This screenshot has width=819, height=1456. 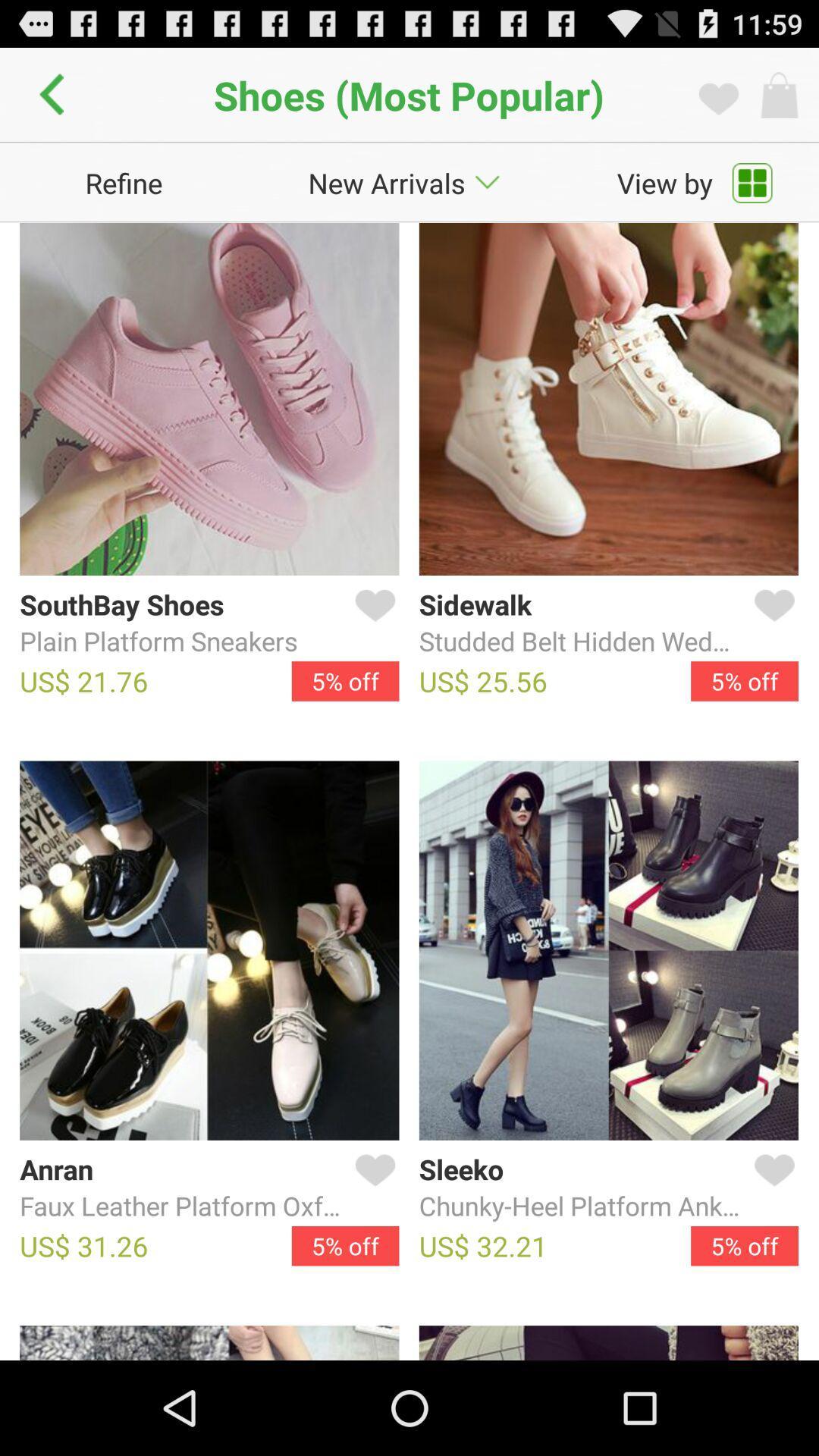 I want to click on to favorite, so click(x=372, y=1188).